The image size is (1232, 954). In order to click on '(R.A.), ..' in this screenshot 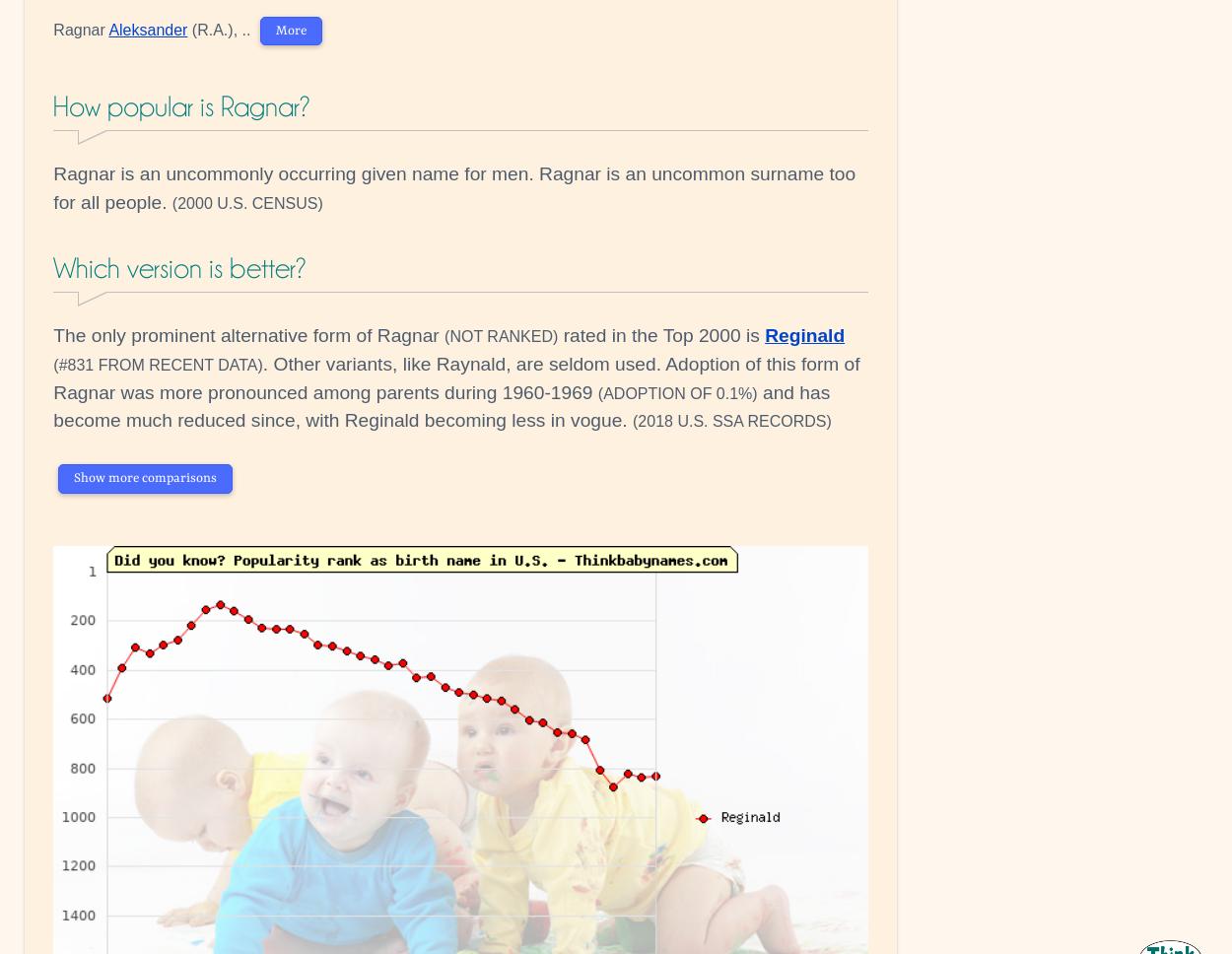, I will do `click(221, 29)`.